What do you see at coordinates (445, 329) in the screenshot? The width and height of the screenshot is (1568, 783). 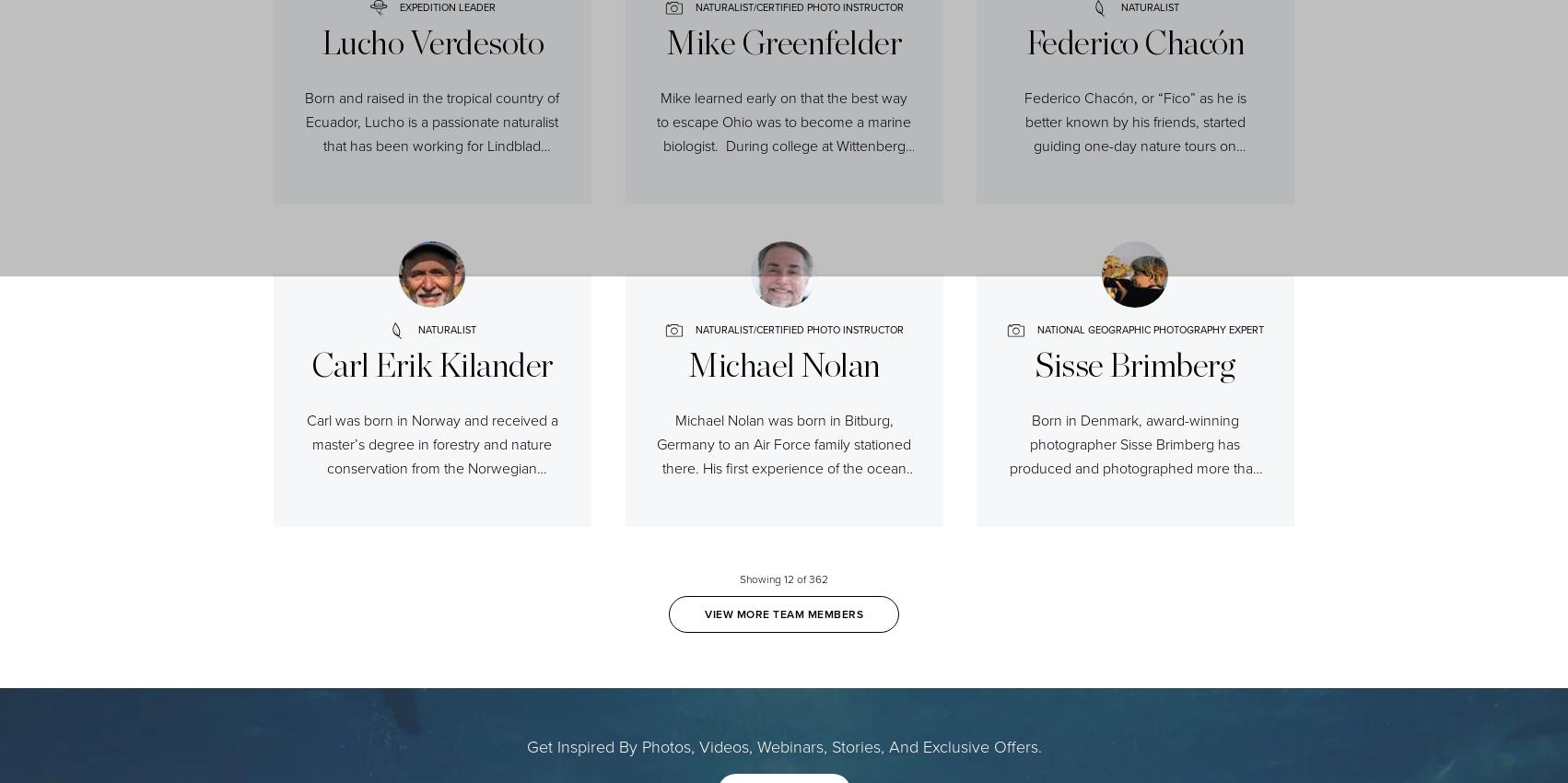 I see `'Naturalist'` at bounding box center [445, 329].